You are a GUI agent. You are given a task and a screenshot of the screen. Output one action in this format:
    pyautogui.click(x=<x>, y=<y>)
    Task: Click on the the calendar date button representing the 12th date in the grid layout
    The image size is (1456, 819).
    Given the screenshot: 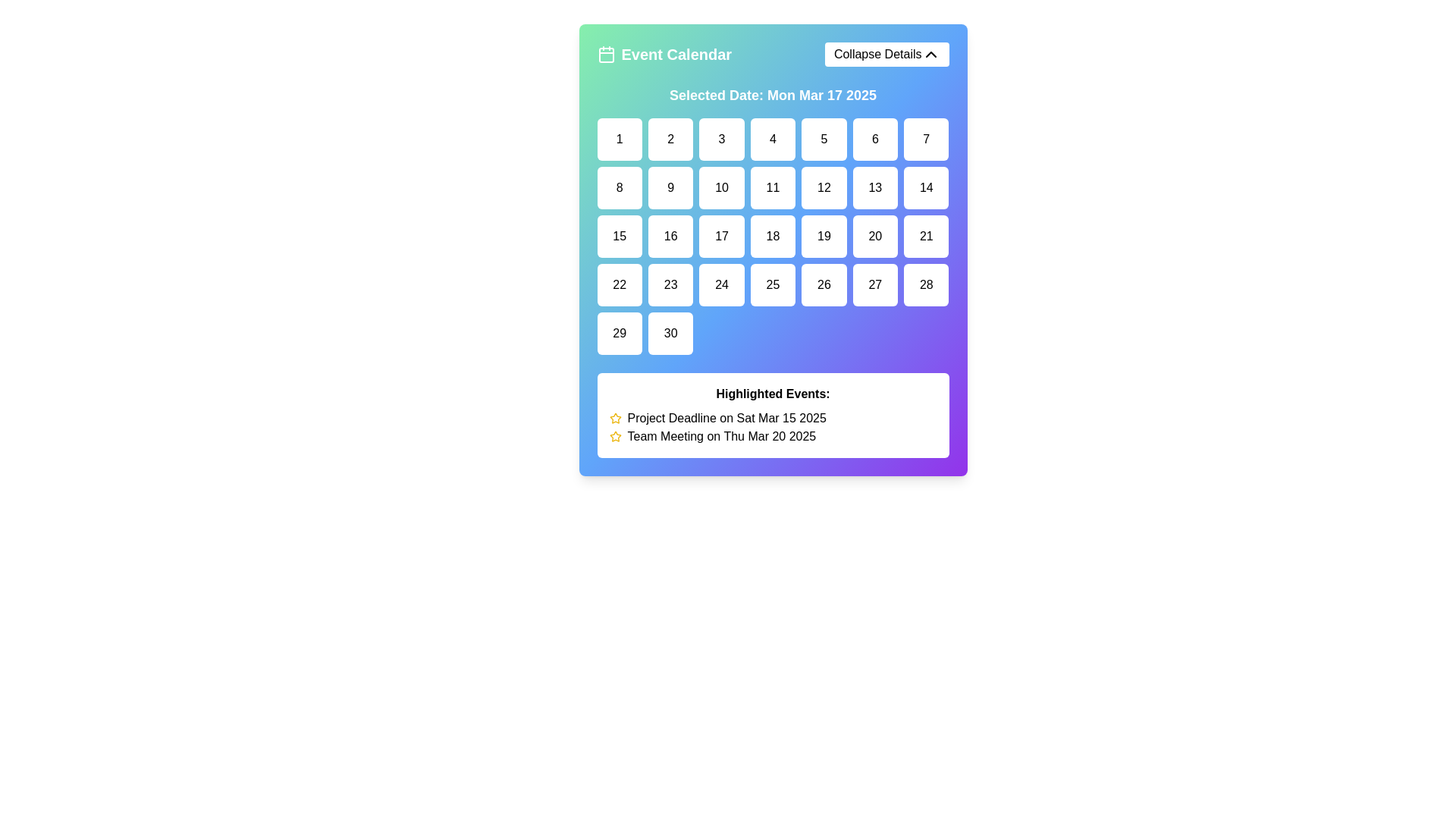 What is the action you would take?
    pyautogui.click(x=823, y=187)
    